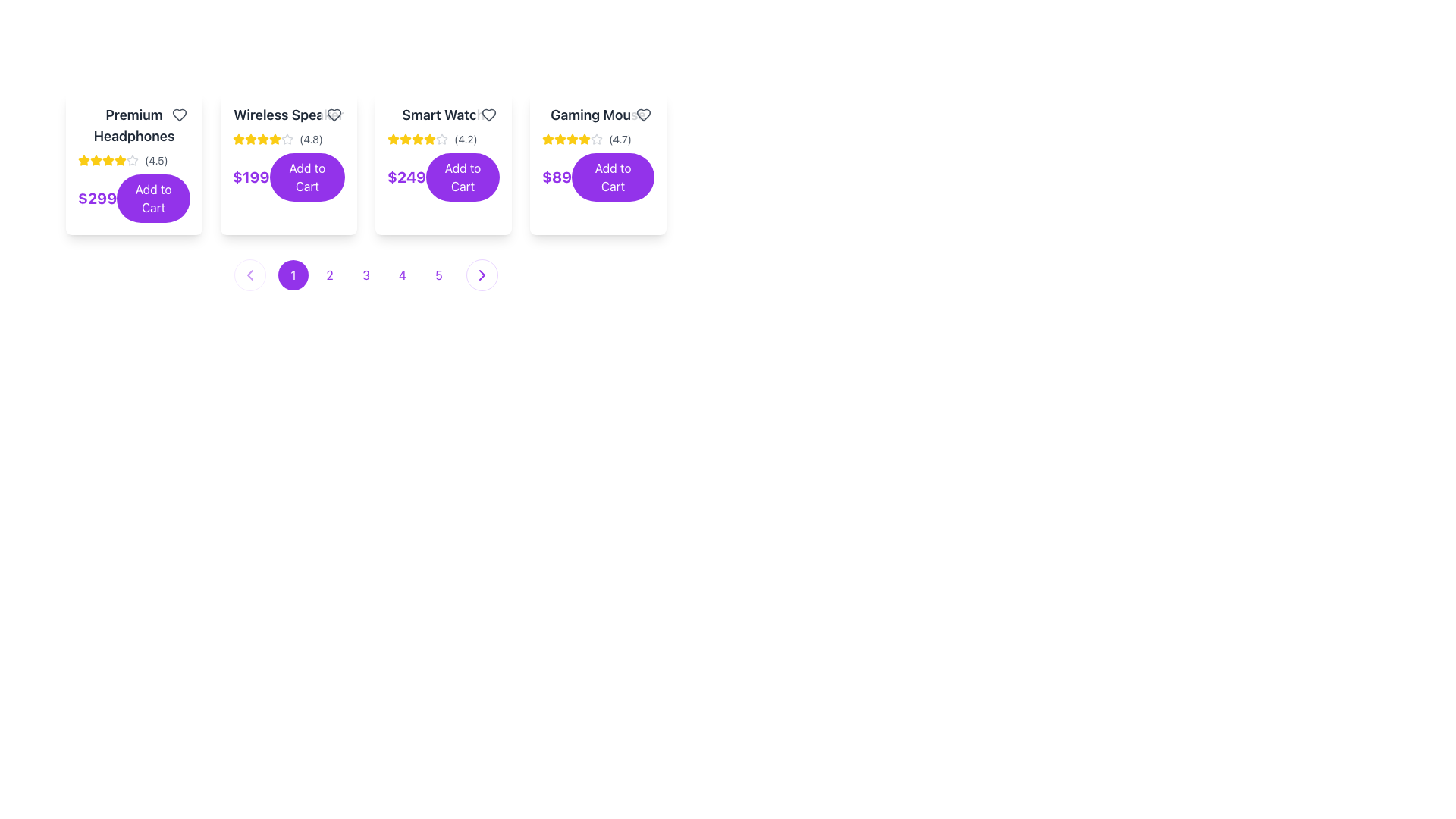 The width and height of the screenshot is (1456, 819). Describe the element at coordinates (334, 114) in the screenshot. I see `the heart-shaped like button located at the top-right corner of the 'Wireless Speaker' product card` at that location.